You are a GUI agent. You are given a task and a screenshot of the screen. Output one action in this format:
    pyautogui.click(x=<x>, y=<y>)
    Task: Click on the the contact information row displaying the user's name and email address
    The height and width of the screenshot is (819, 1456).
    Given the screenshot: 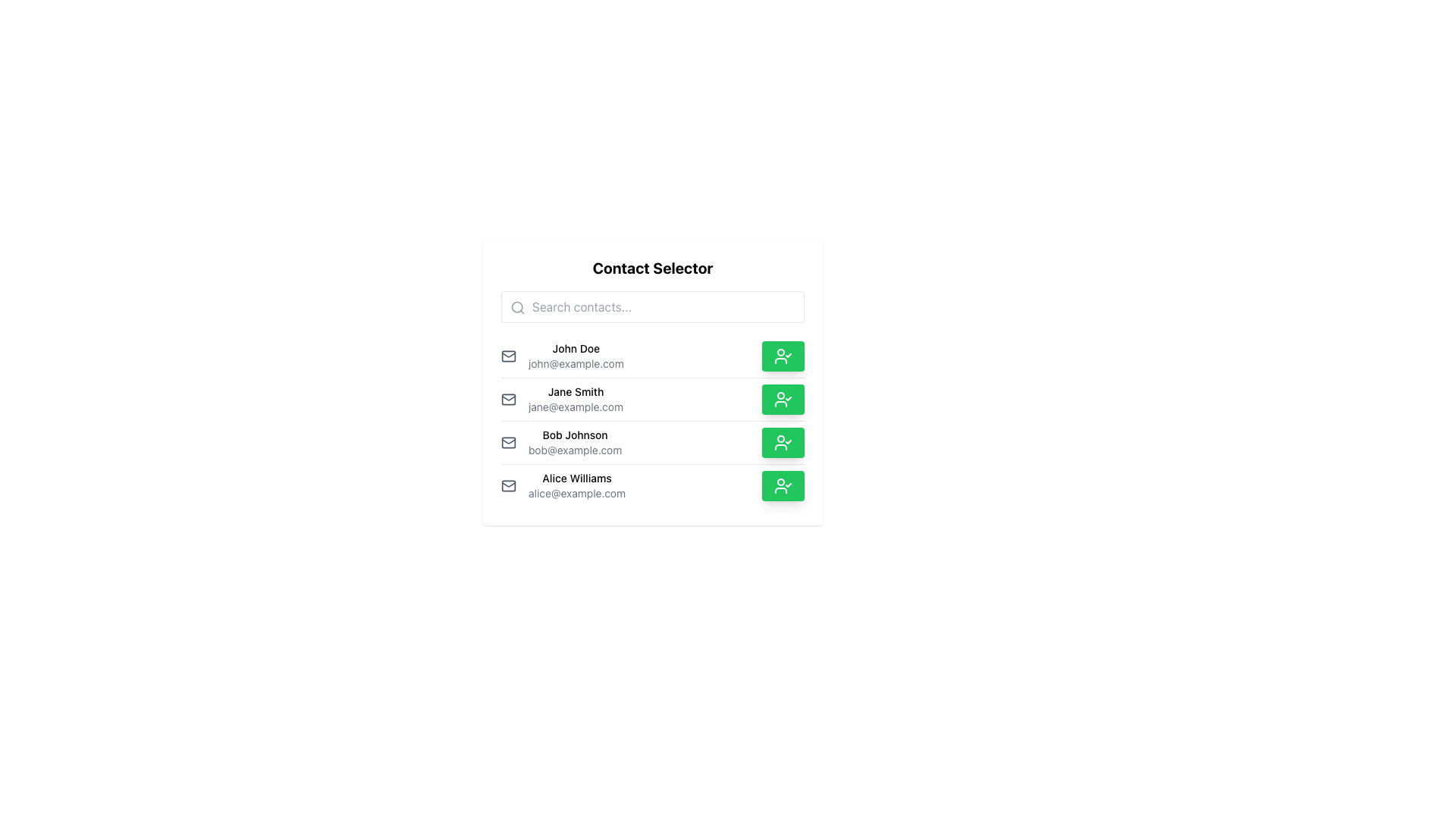 What is the action you would take?
    pyautogui.click(x=575, y=356)
    